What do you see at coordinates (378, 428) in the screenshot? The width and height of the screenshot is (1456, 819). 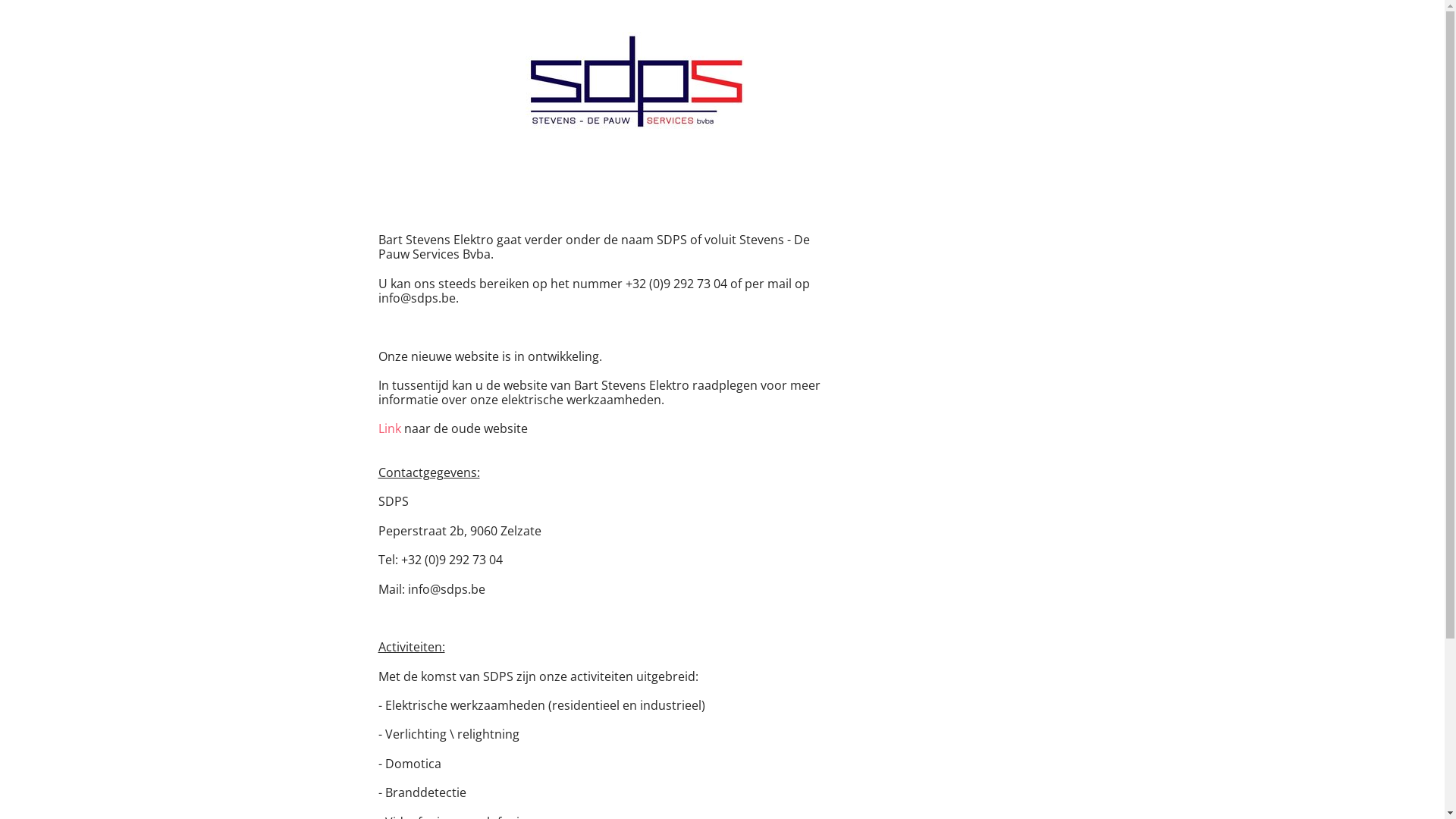 I see `'Link'` at bounding box center [378, 428].